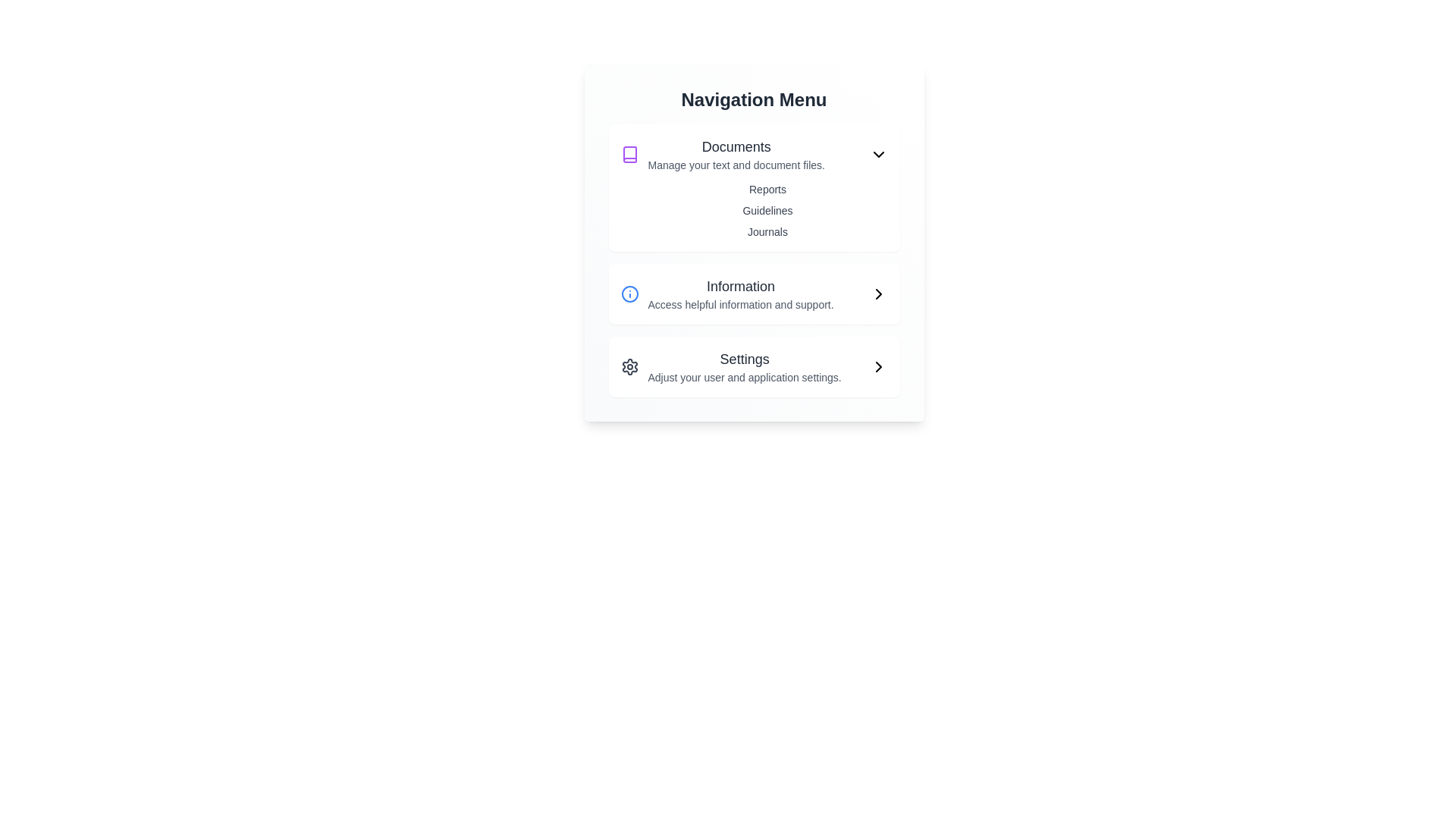  I want to click on the descriptive text label located directly below the 'Documents' heading, which provides additional context about the 'Documents' section, so click(736, 165).